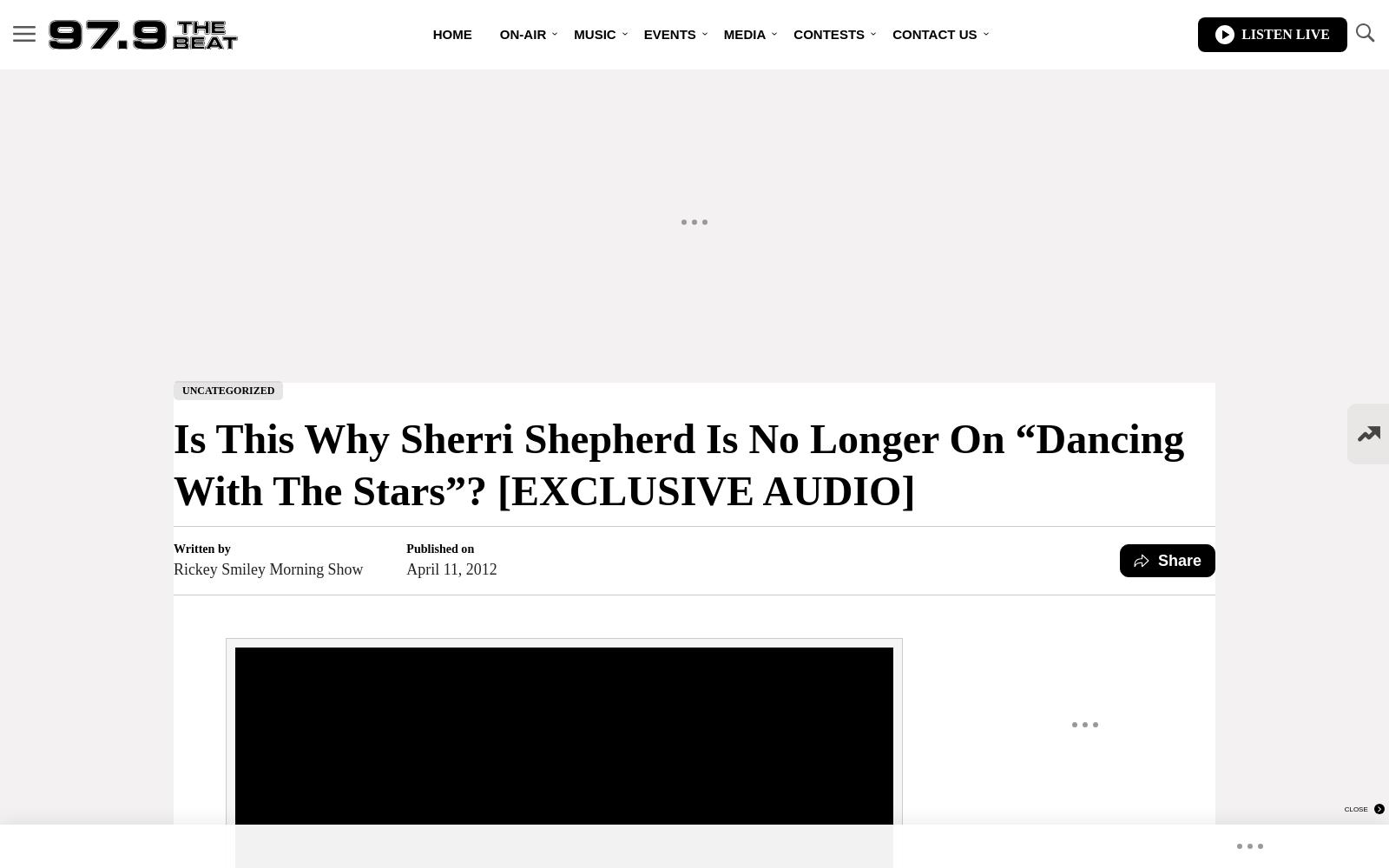 Image resolution: width=1389 pixels, height=868 pixels. What do you see at coordinates (661, 131) in the screenshot?
I see `'Artist Music Promo – Sales Packages'` at bounding box center [661, 131].